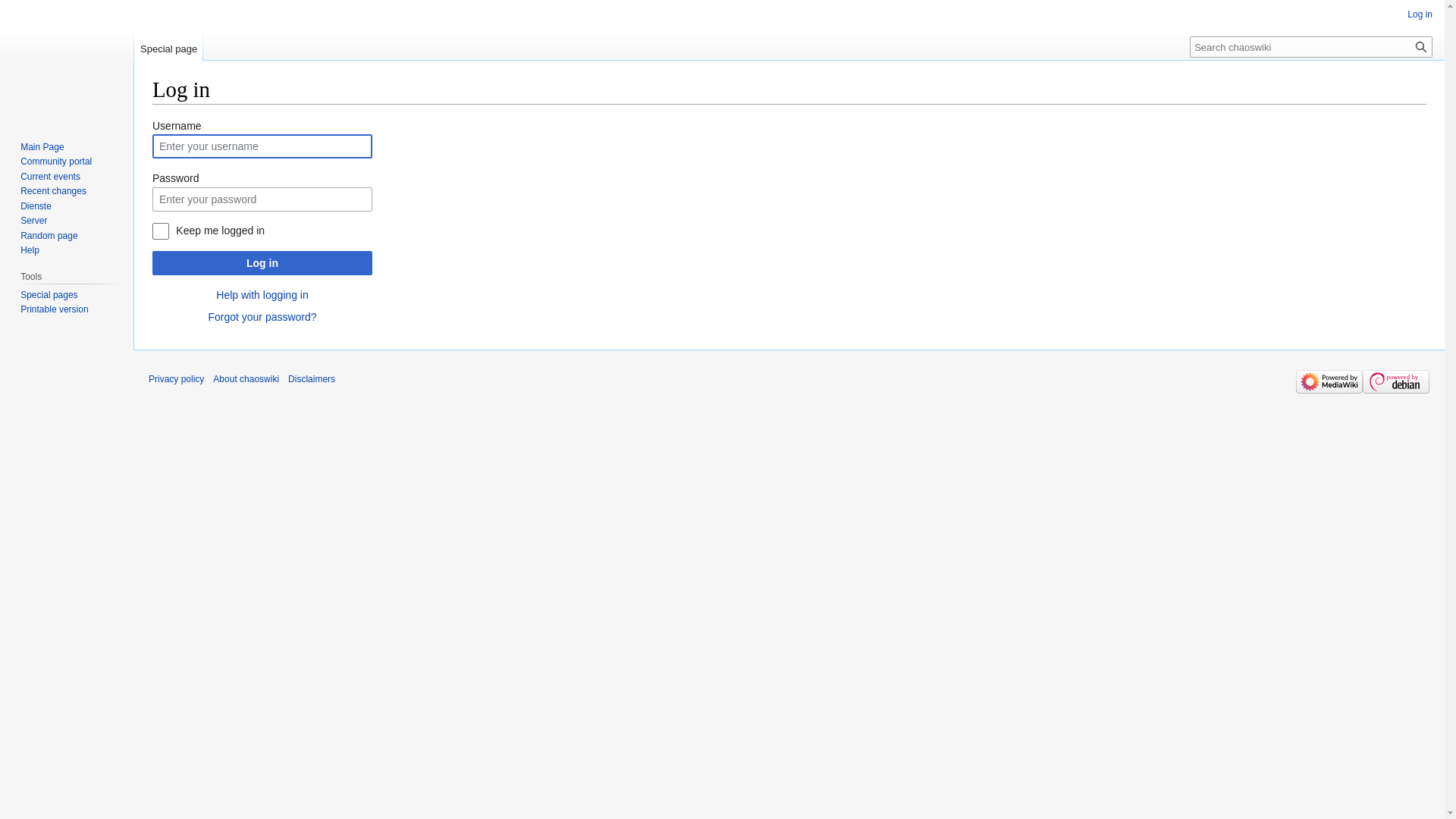 This screenshot has width=1456, height=819. I want to click on 'Printable version', so click(54, 309).